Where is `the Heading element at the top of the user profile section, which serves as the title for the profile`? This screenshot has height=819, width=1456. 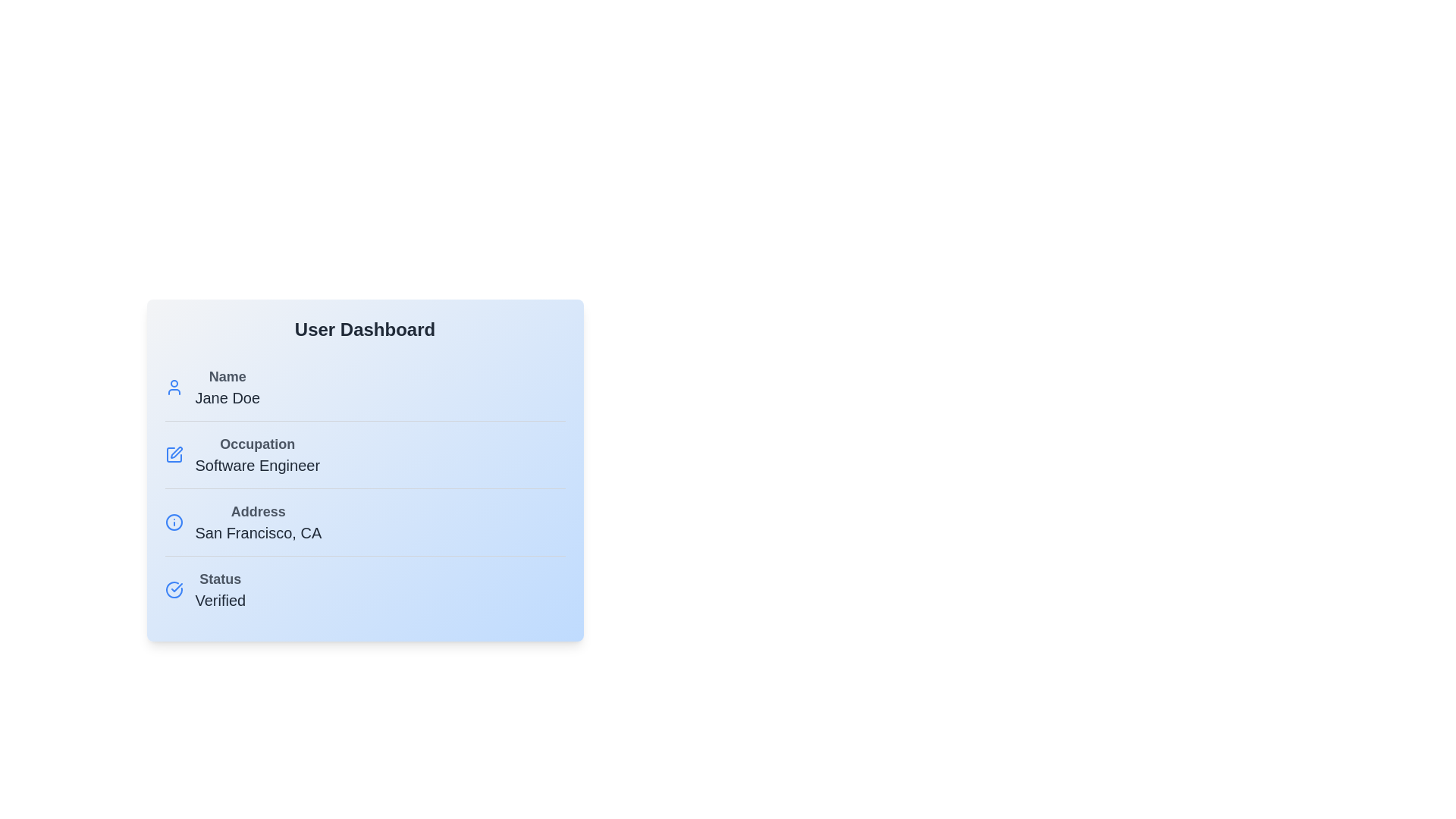
the Heading element at the top of the user profile section, which serves as the title for the profile is located at coordinates (365, 329).